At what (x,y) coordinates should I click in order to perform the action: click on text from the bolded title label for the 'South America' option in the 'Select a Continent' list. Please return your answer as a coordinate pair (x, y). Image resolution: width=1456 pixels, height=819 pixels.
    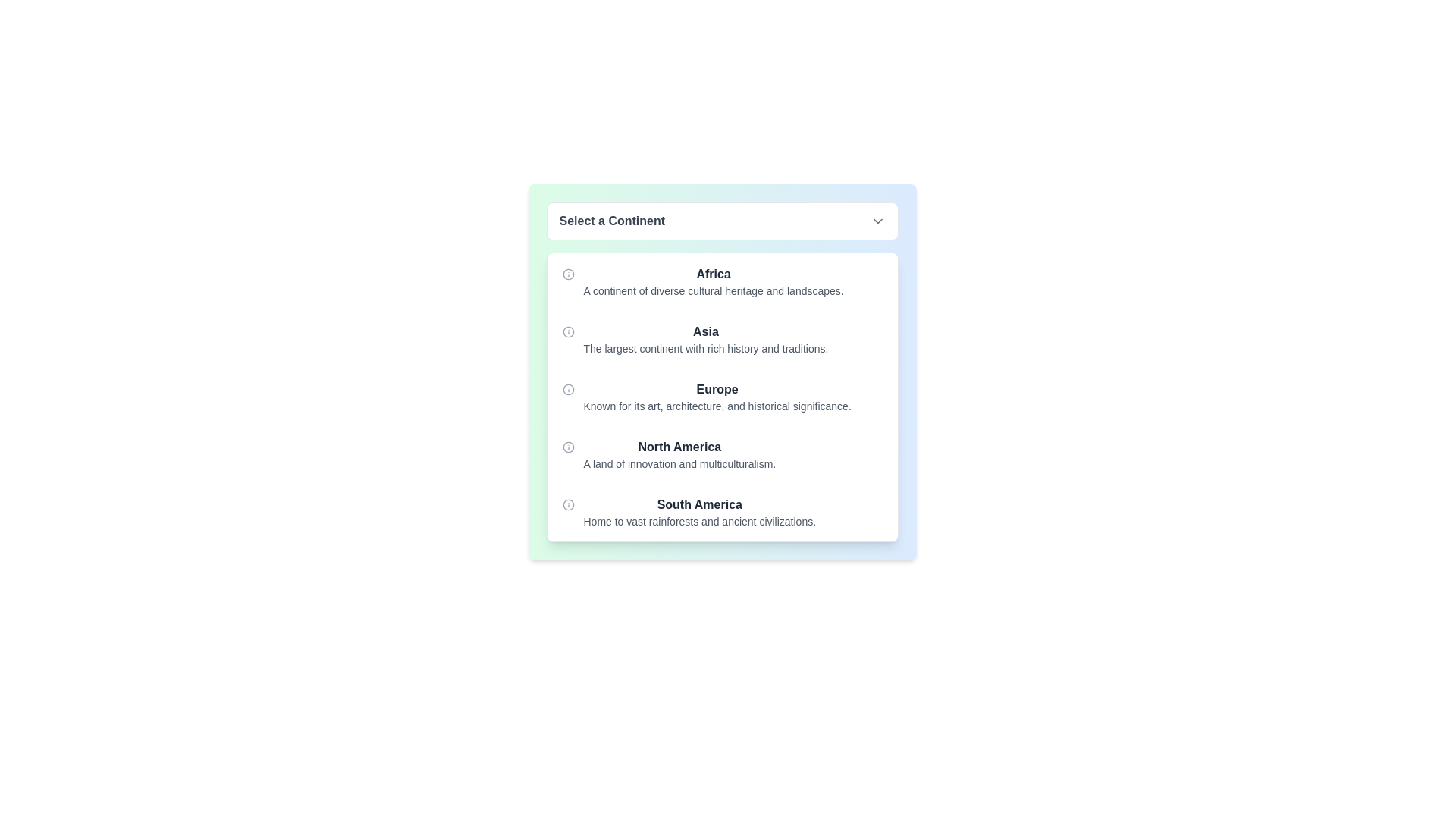
    Looking at the image, I should click on (698, 505).